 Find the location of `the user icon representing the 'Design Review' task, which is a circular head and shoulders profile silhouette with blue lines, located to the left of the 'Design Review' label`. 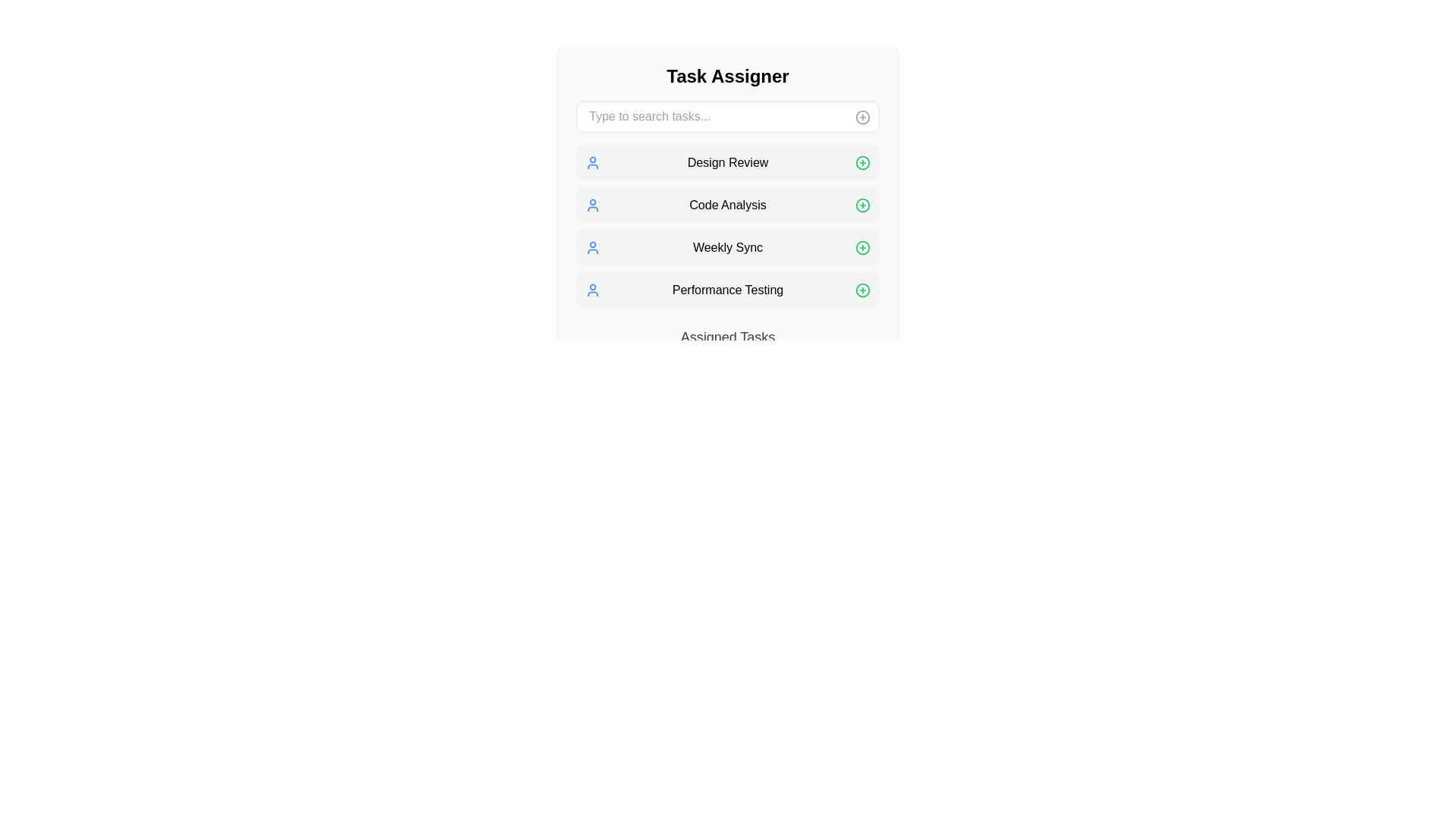

the user icon representing the 'Design Review' task, which is a circular head and shoulders profile silhouette with blue lines, located to the left of the 'Design Review' label is located at coordinates (592, 163).